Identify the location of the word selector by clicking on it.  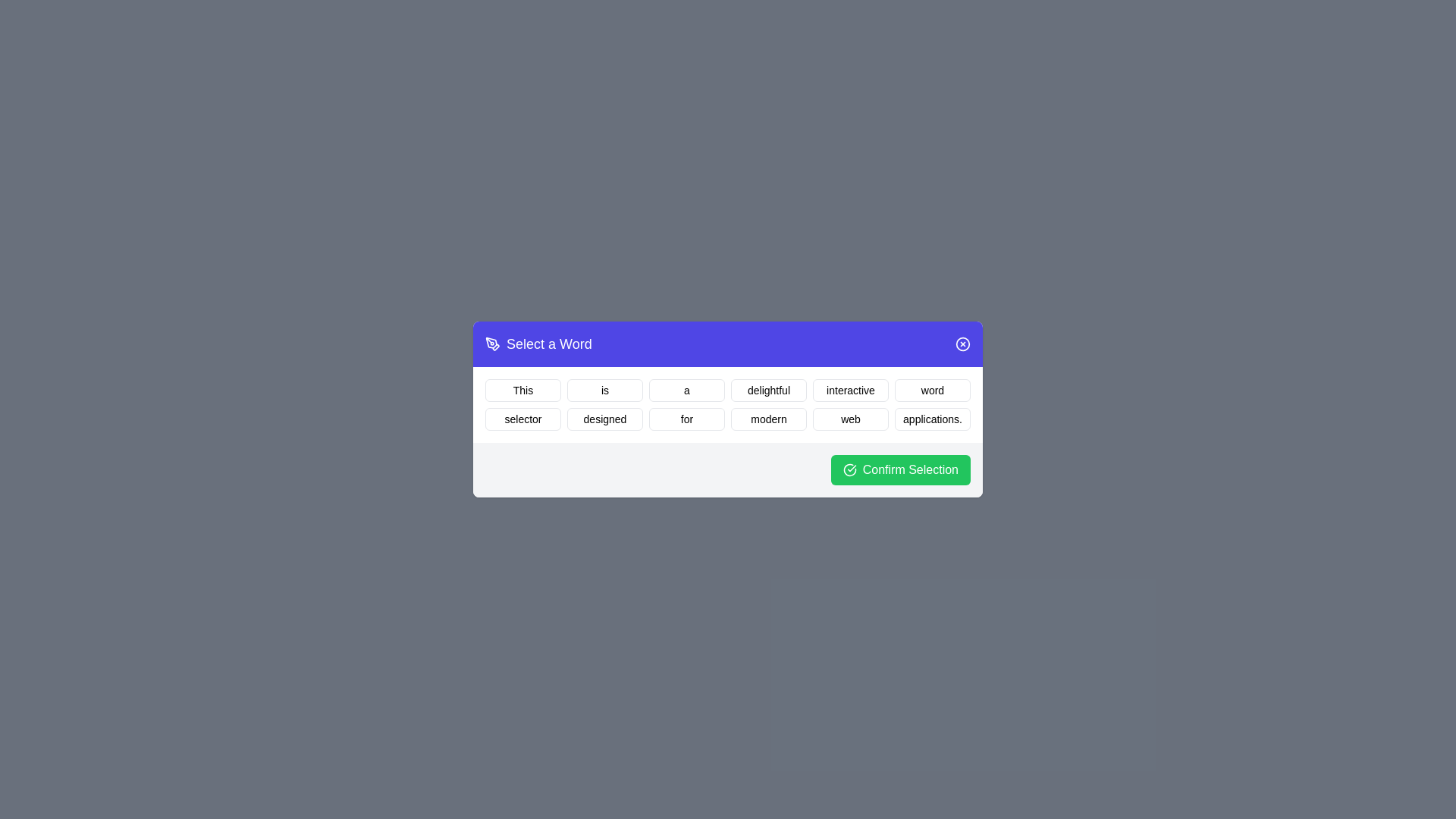
(523, 419).